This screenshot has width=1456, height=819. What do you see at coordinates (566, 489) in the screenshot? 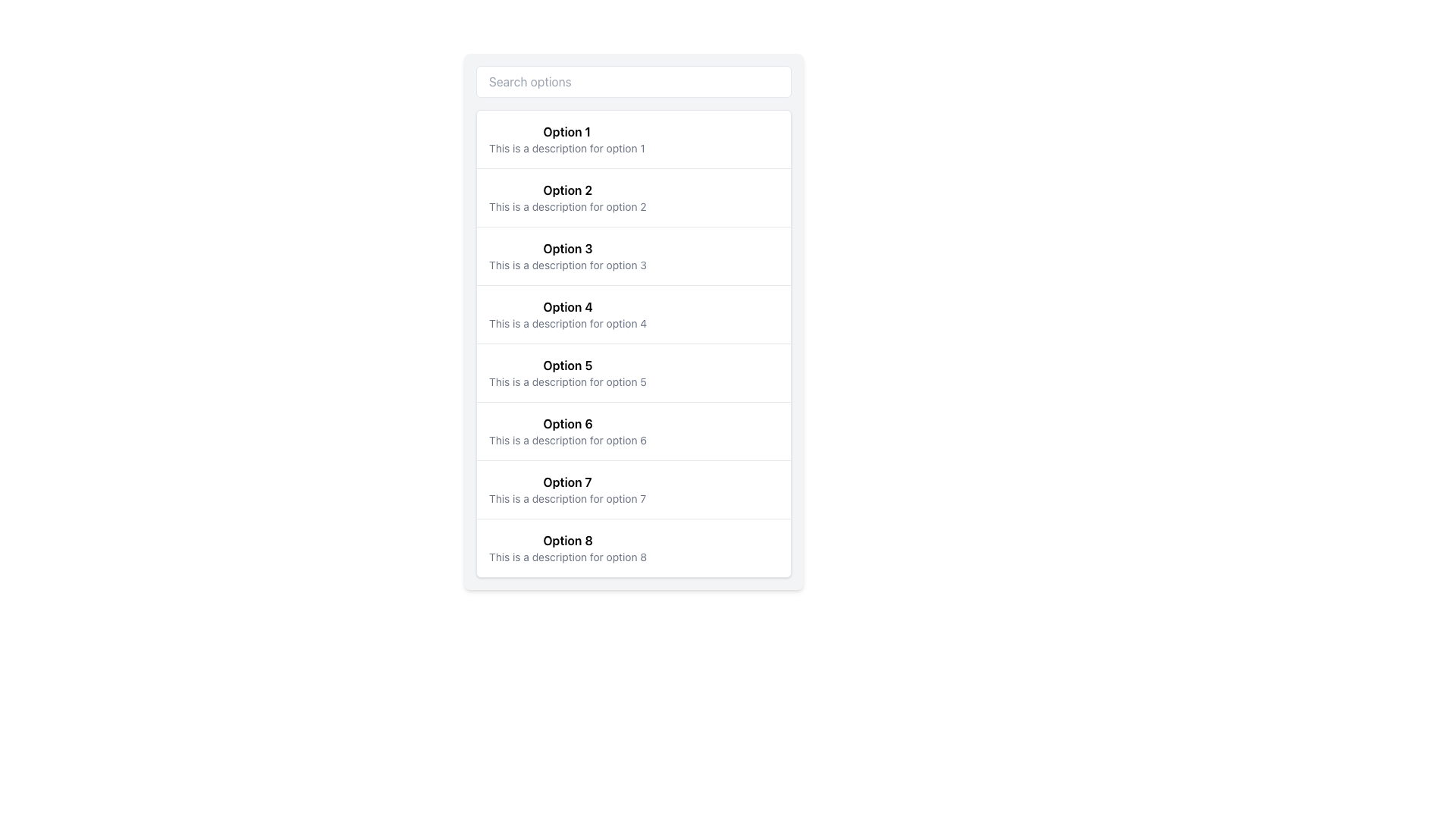
I see `the List Item with the bold title 'Option 7' and the description 'This is a description for option 7', which is the seventh item in the vertical list of options` at bounding box center [566, 489].